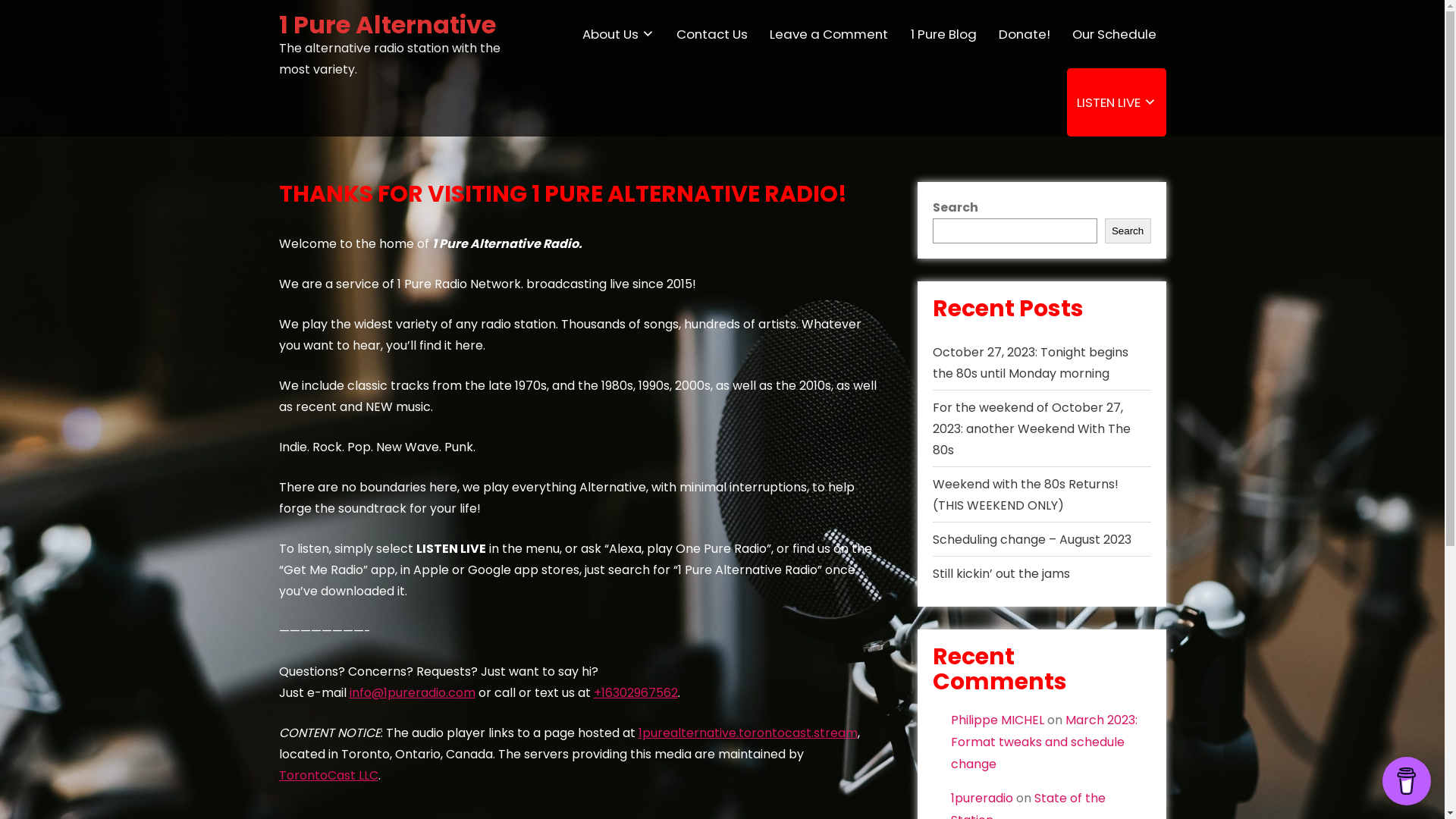 Image resolution: width=1456 pixels, height=819 pixels. Describe the element at coordinates (1024, 34) in the screenshot. I see `'Donate!'` at that location.